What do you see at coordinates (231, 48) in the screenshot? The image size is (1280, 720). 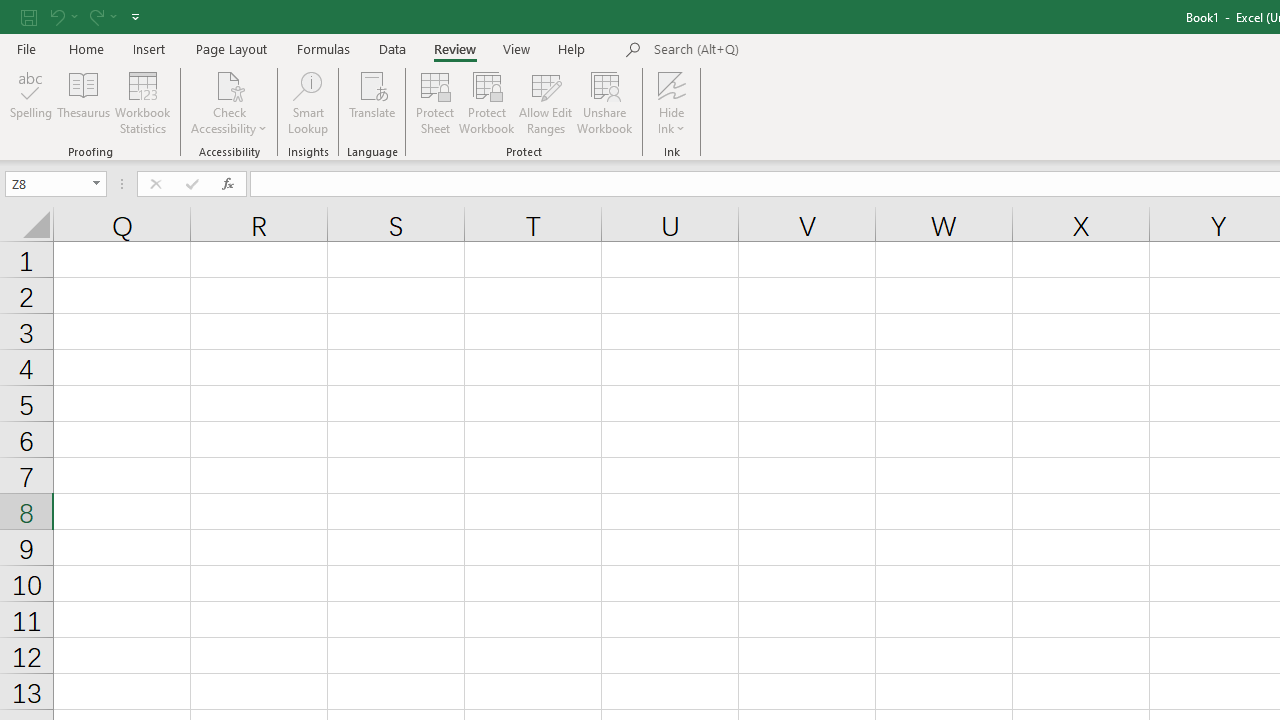 I see `'Page Layout'` at bounding box center [231, 48].